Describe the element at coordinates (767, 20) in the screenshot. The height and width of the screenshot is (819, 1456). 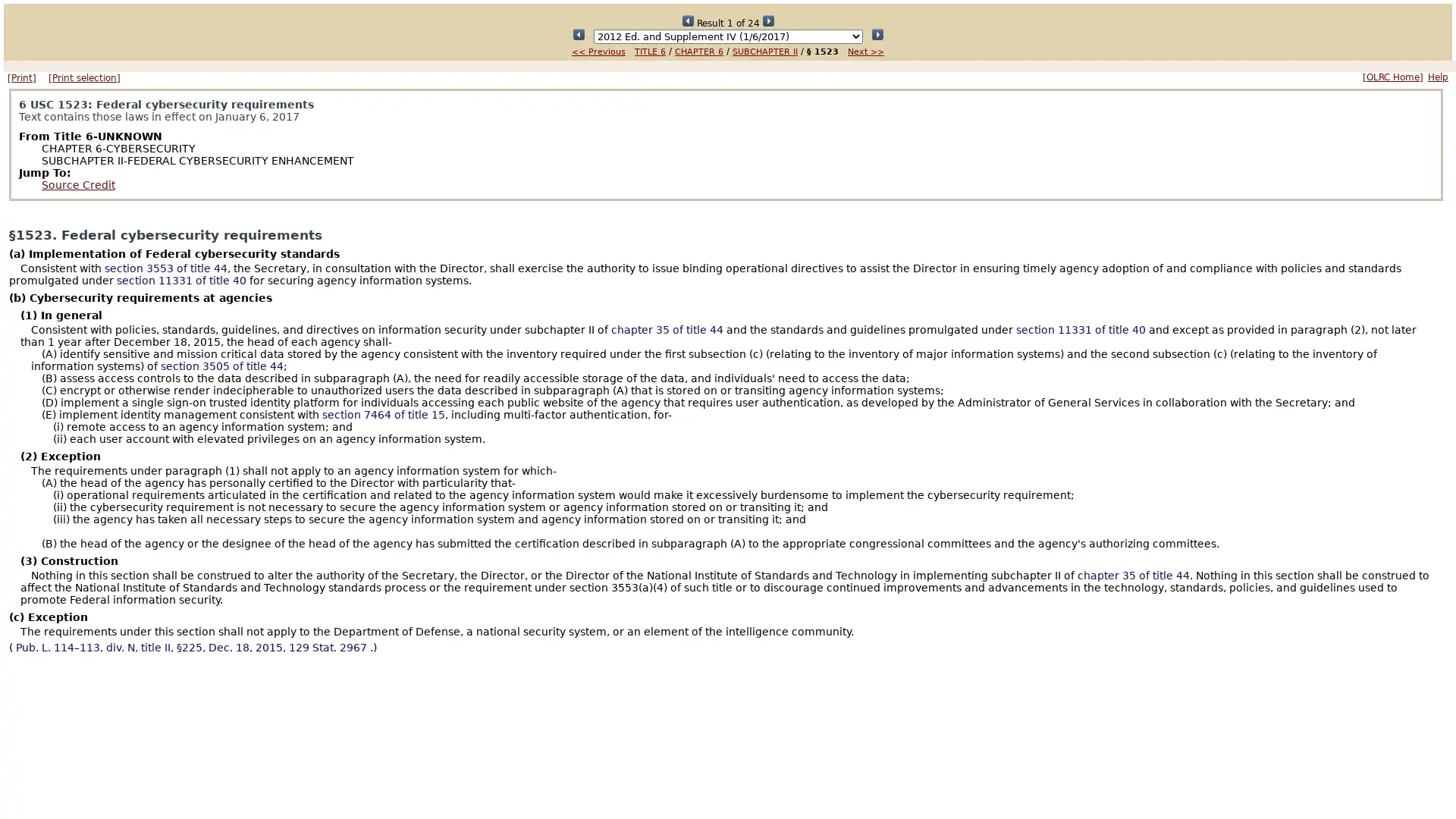
I see `Submit` at that location.